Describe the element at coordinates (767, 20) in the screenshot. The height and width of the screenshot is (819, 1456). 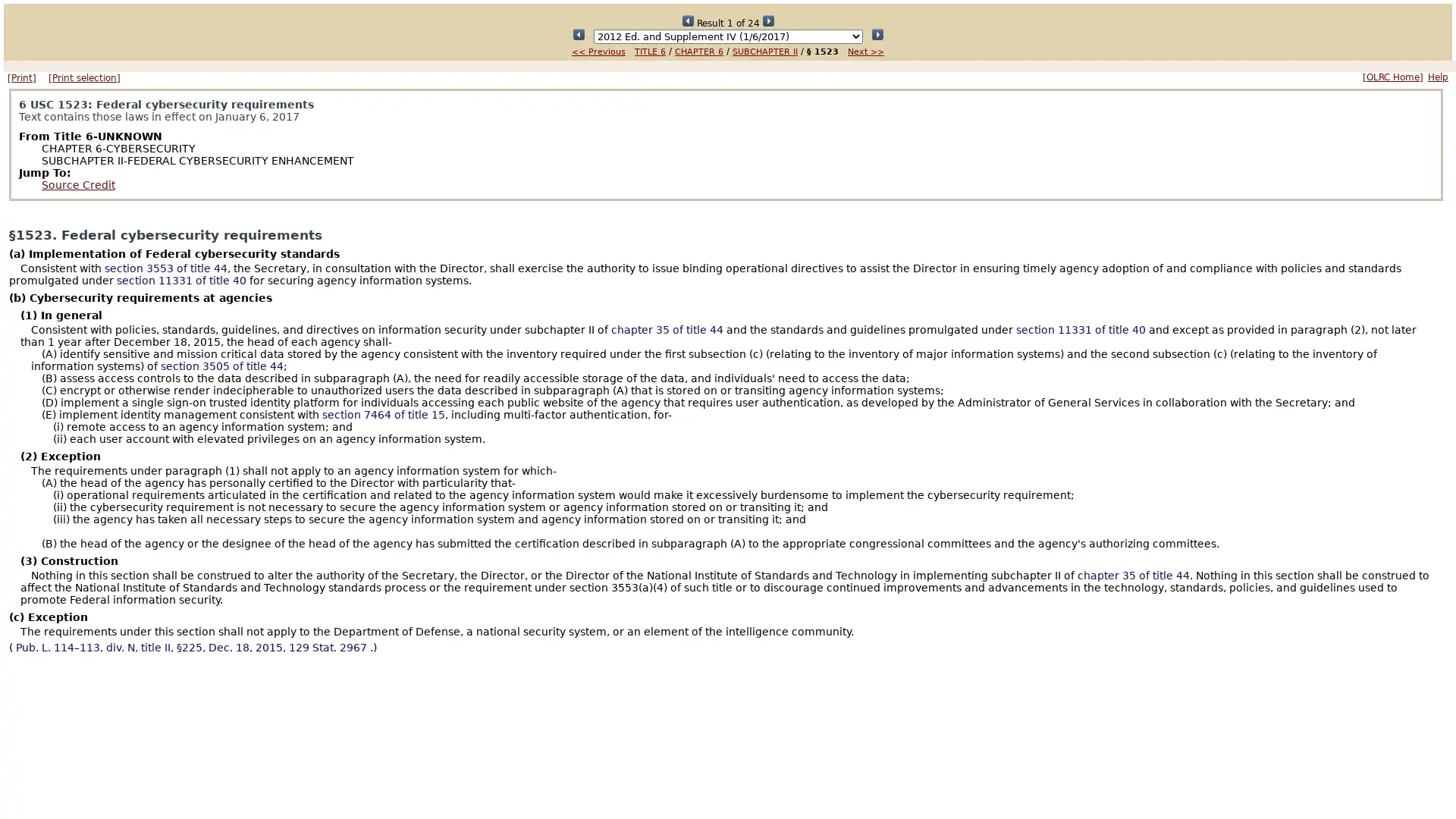
I see `Submit` at that location.